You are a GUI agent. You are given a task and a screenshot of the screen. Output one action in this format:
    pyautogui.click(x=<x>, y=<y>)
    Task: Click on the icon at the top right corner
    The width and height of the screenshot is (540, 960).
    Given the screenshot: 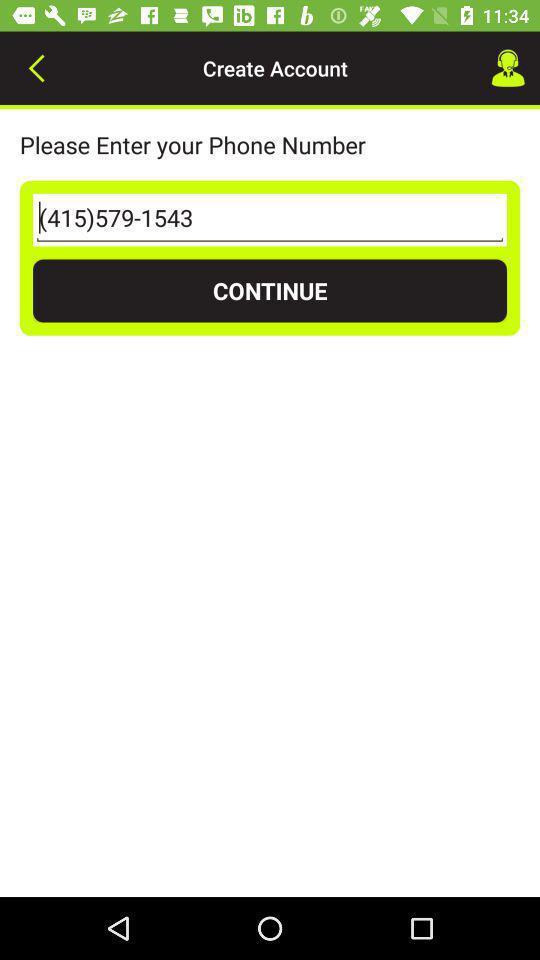 What is the action you would take?
    pyautogui.click(x=508, y=68)
    